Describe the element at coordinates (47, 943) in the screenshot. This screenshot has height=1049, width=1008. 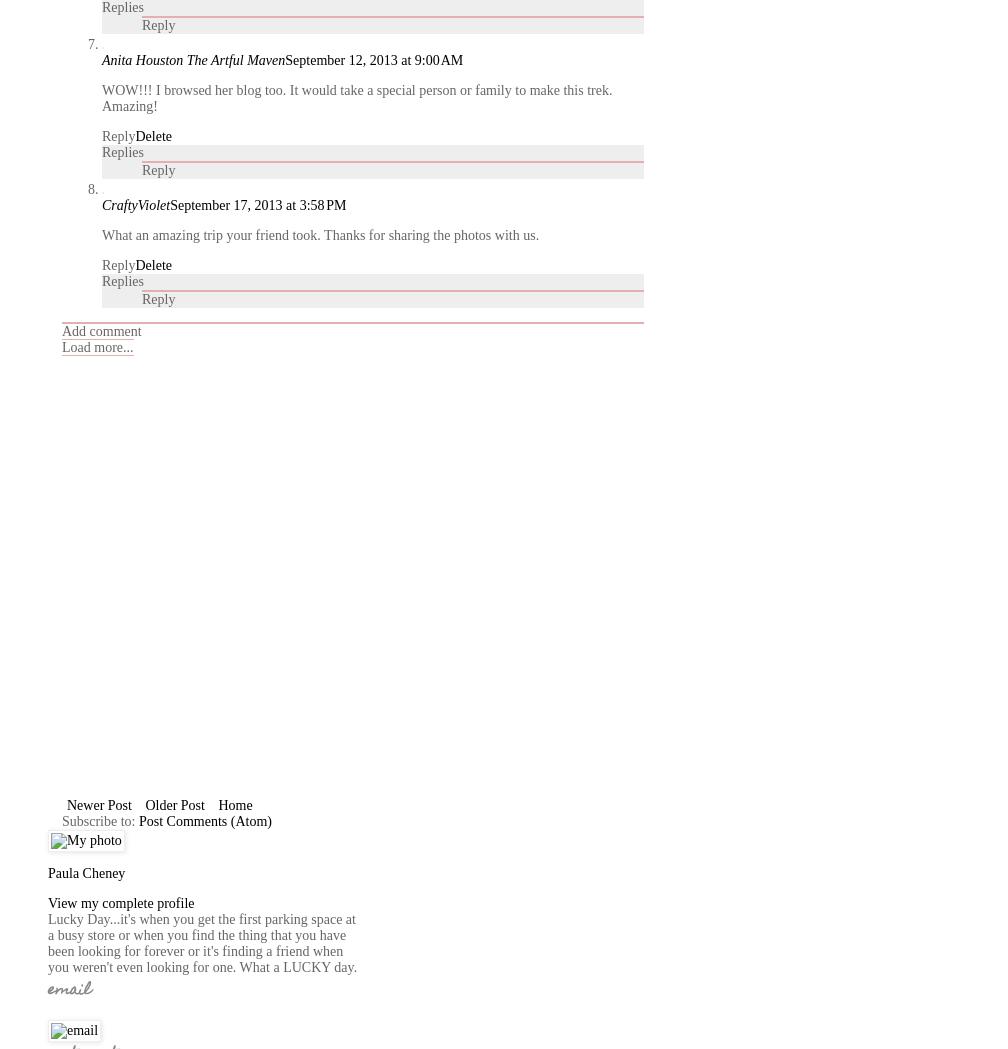
I see `'Lucky Day...it's when you get the first parking space at a busy store or when you find the thing that you have been looking for forever or it's finding a friend when you weren't even looking for one. What a LUCKY day.'` at that location.